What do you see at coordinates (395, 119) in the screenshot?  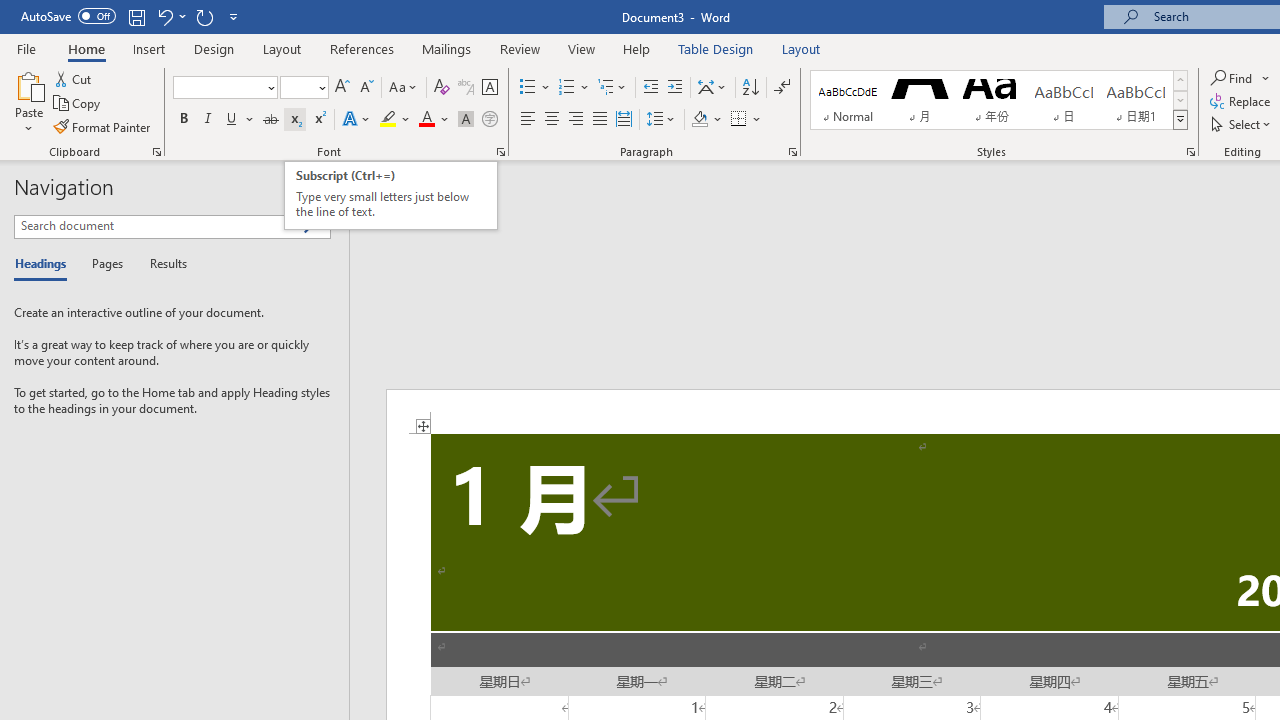 I see `'Text Highlight Color'` at bounding box center [395, 119].